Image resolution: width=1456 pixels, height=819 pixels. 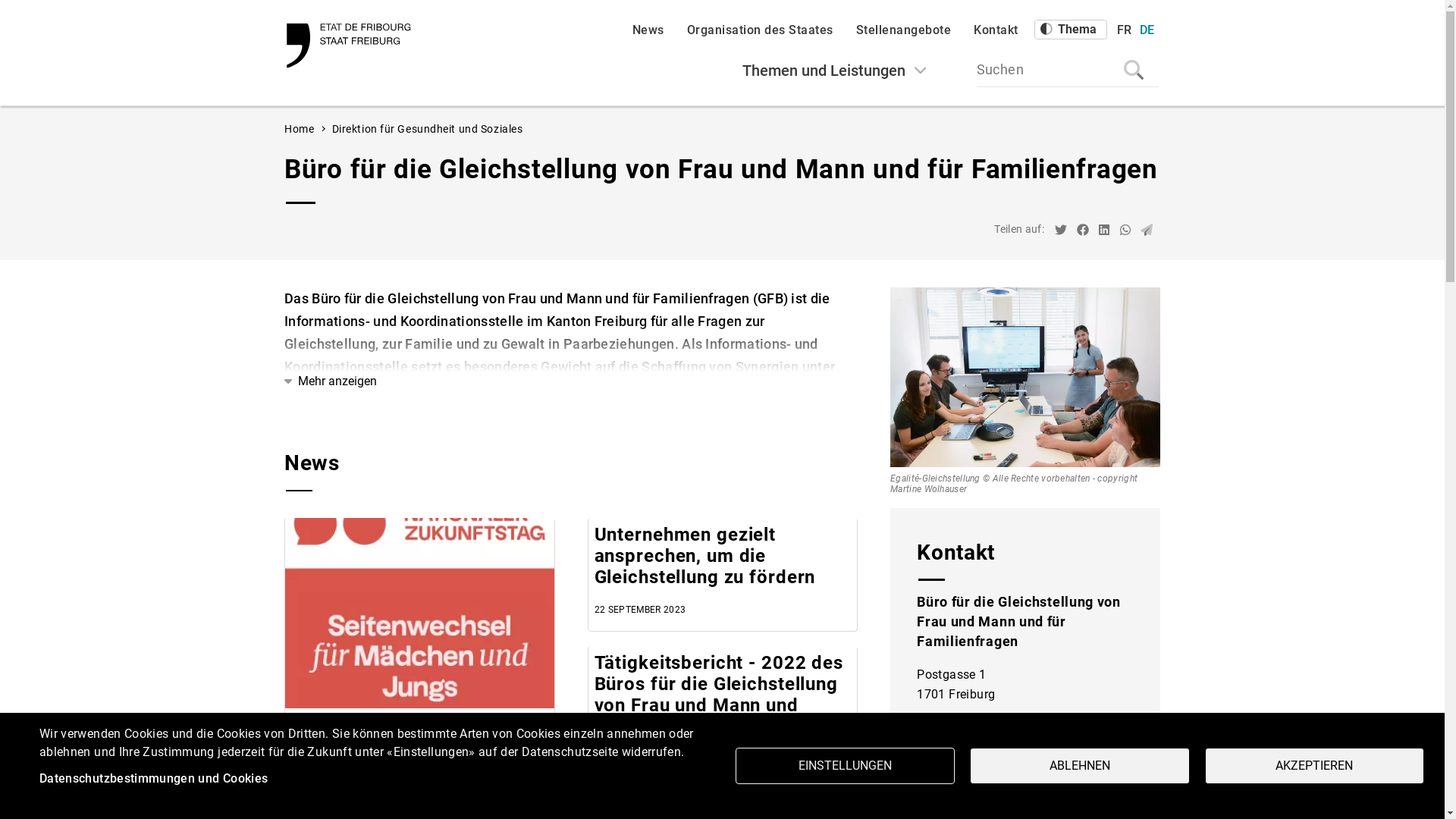 What do you see at coordinates (284, 380) in the screenshot?
I see `'Mehr anzeigen'` at bounding box center [284, 380].